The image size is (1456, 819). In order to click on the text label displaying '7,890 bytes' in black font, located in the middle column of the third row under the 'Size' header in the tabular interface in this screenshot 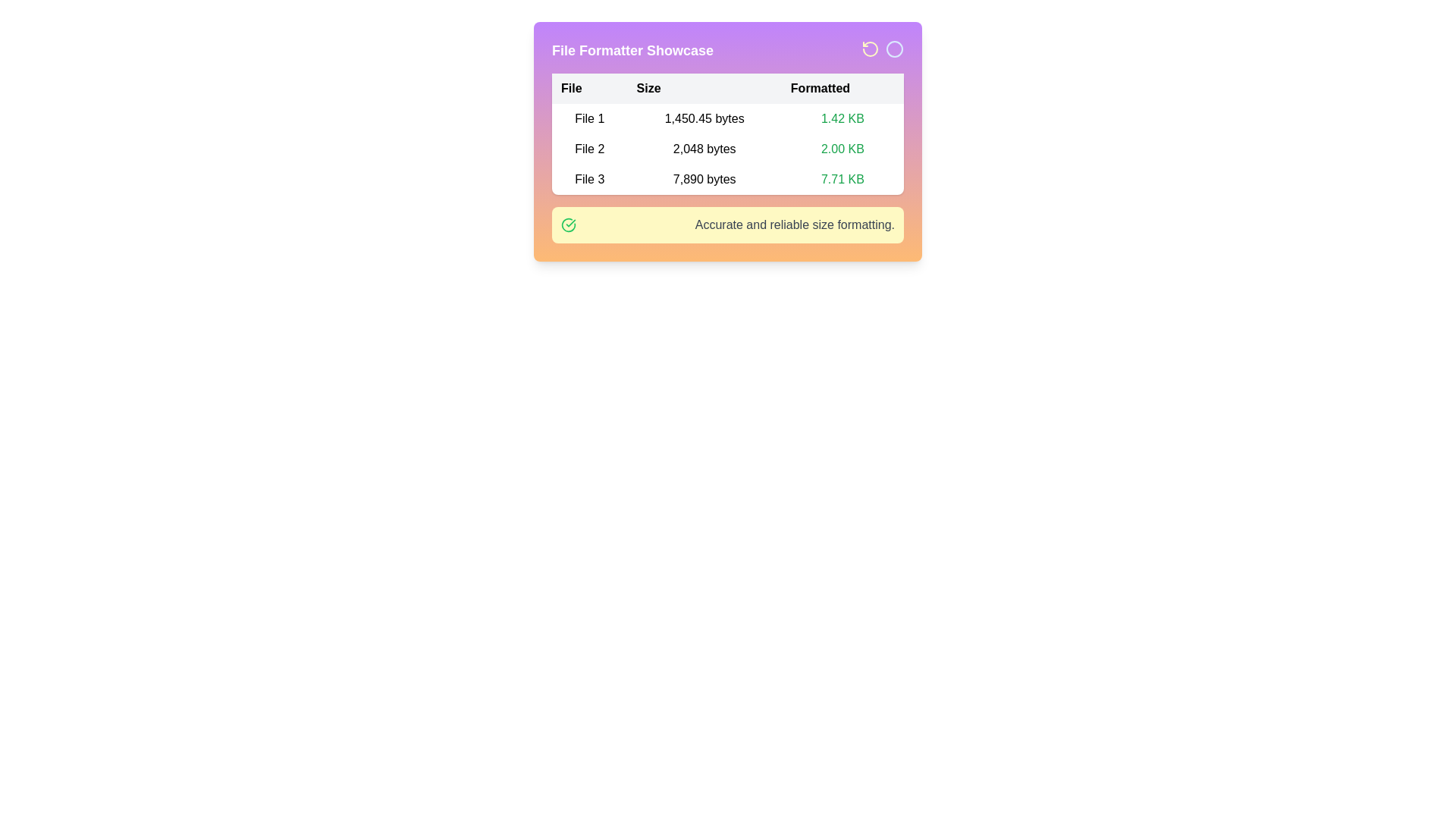, I will do `click(704, 178)`.